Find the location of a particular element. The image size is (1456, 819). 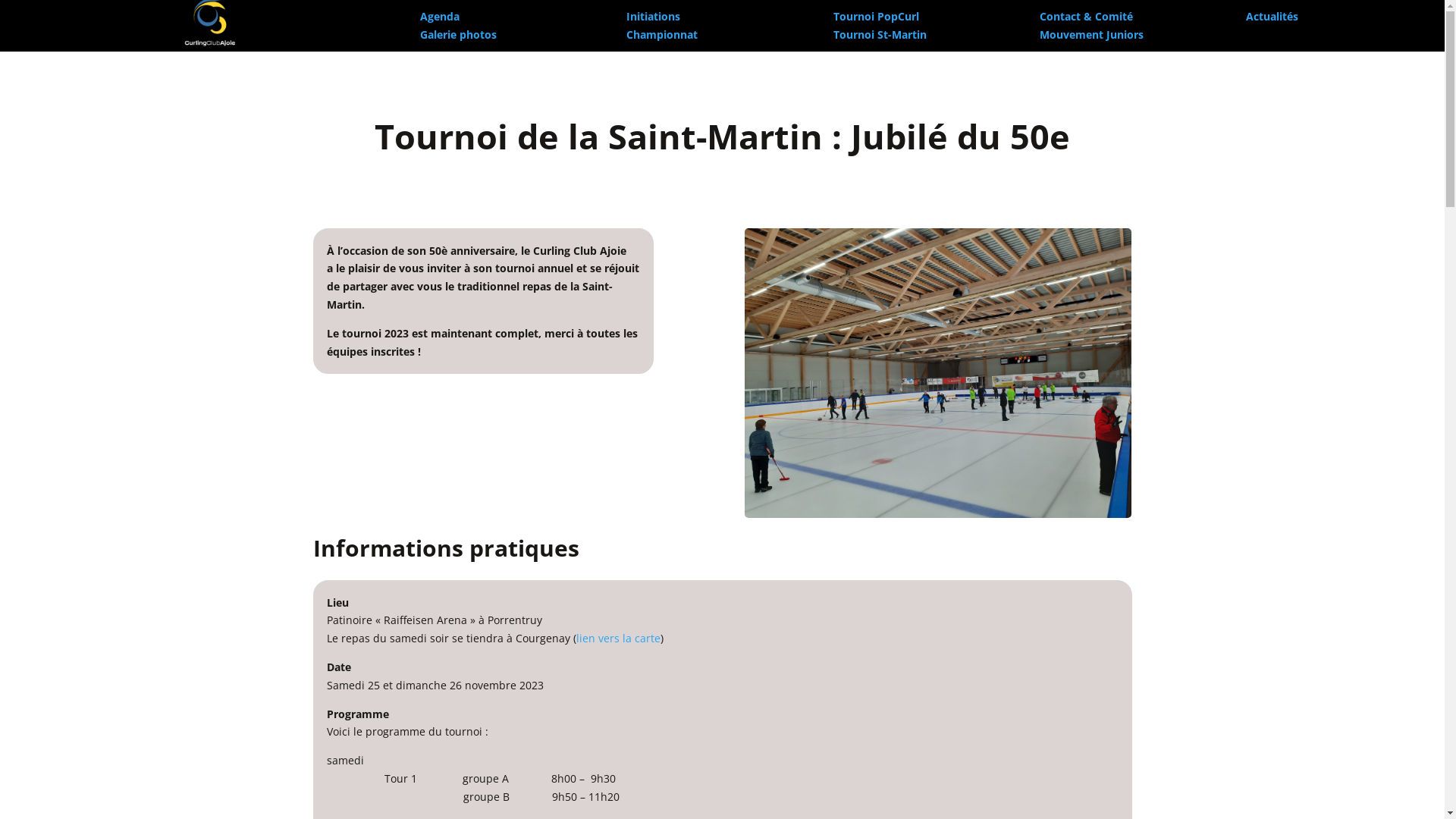

'Tournoi St-Martin' is located at coordinates (879, 34).